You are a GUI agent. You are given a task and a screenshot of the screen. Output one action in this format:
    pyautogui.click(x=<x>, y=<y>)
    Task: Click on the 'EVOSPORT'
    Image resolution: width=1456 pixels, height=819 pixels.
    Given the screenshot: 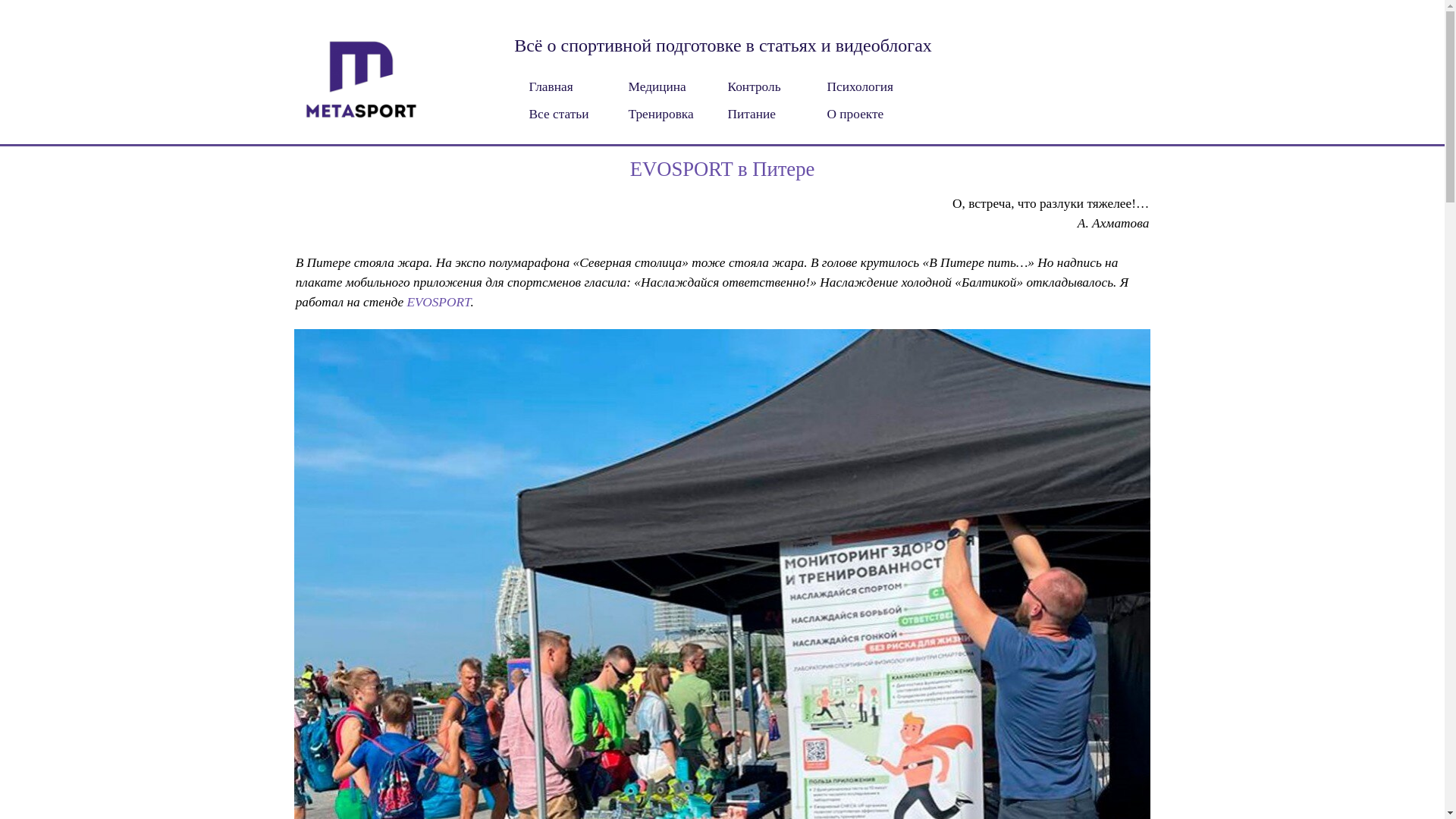 What is the action you would take?
    pyautogui.click(x=407, y=302)
    